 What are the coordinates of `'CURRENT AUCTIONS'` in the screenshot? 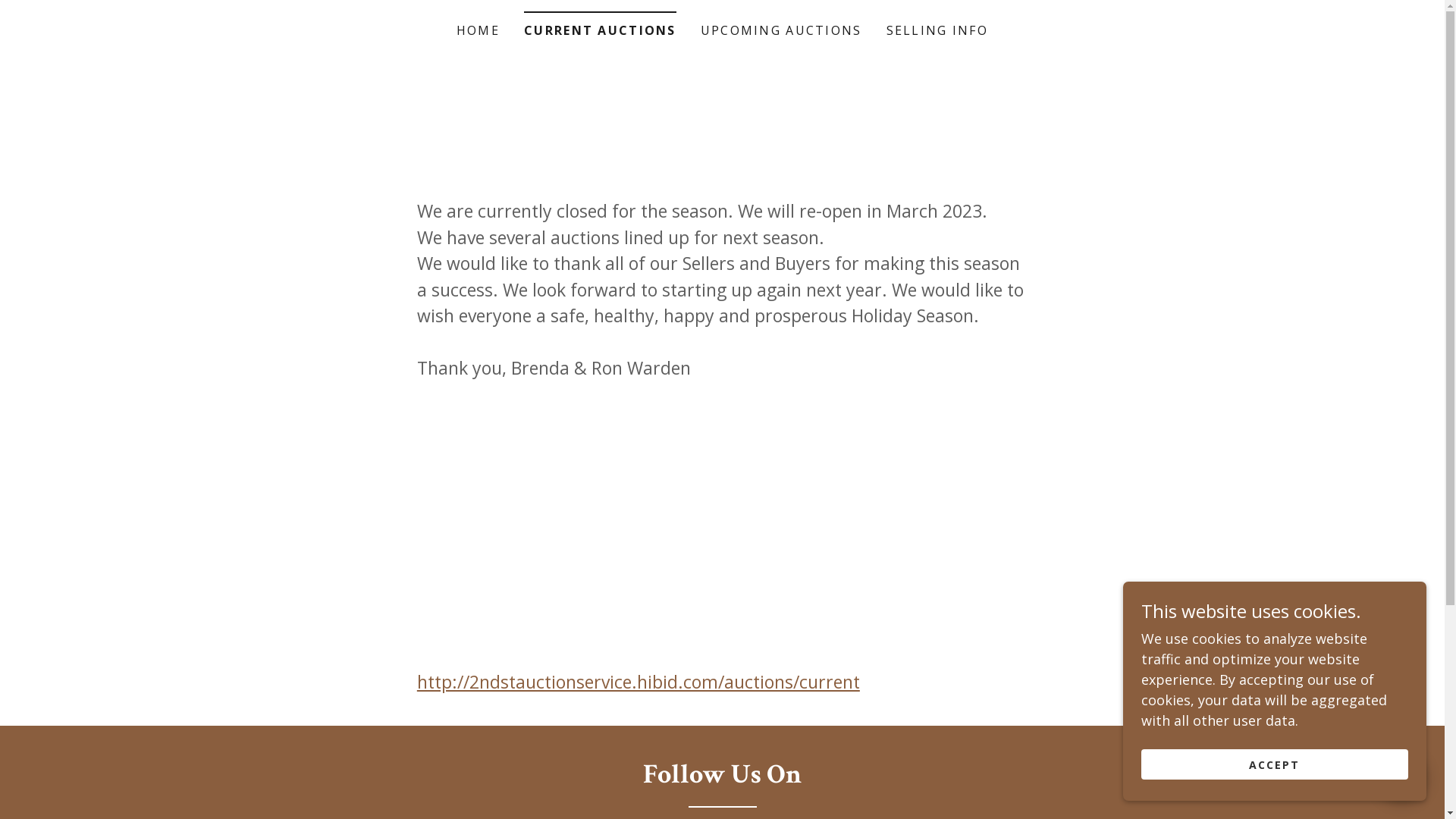 It's located at (599, 25).